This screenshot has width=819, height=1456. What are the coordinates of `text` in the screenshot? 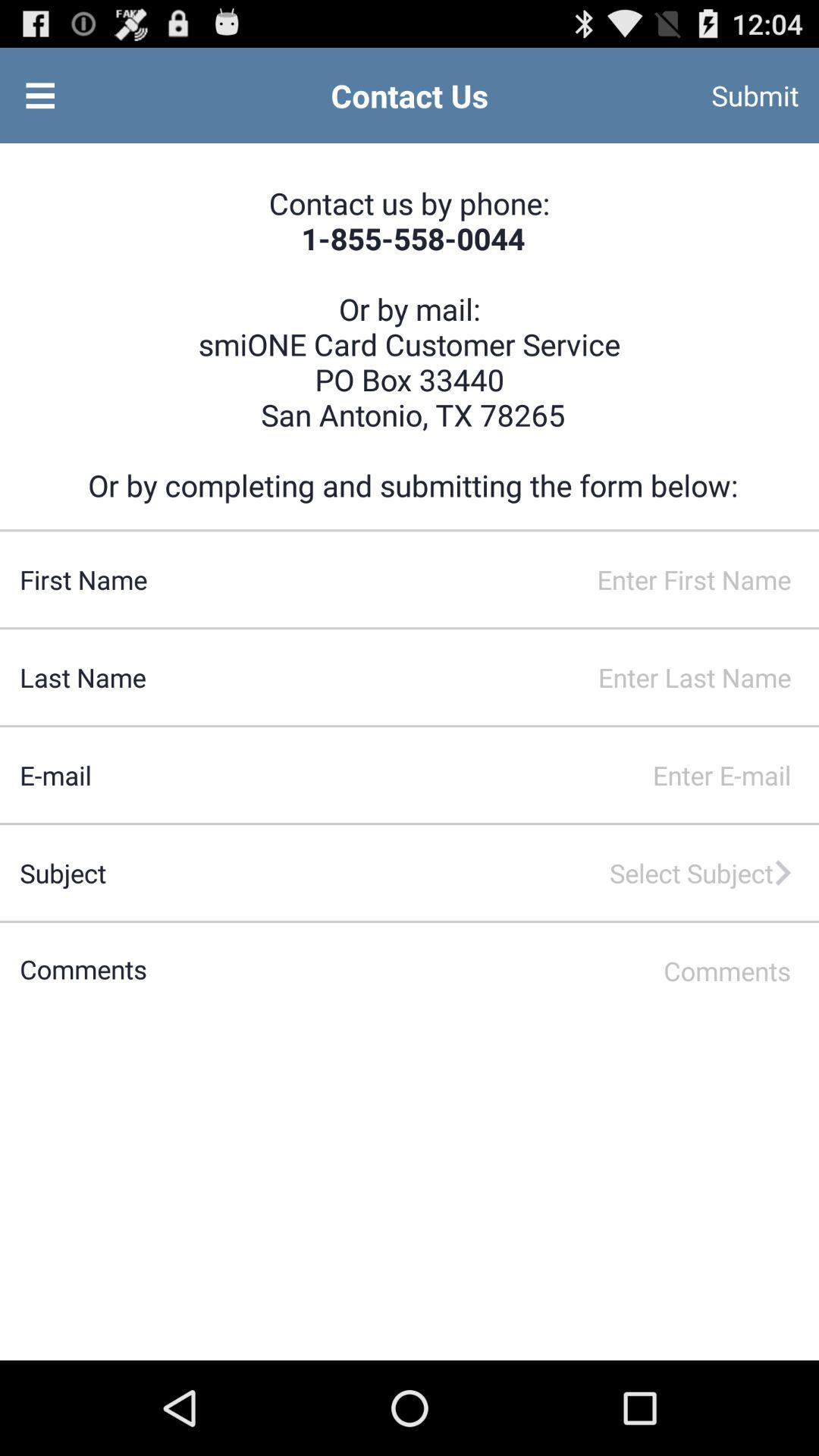 It's located at (483, 971).